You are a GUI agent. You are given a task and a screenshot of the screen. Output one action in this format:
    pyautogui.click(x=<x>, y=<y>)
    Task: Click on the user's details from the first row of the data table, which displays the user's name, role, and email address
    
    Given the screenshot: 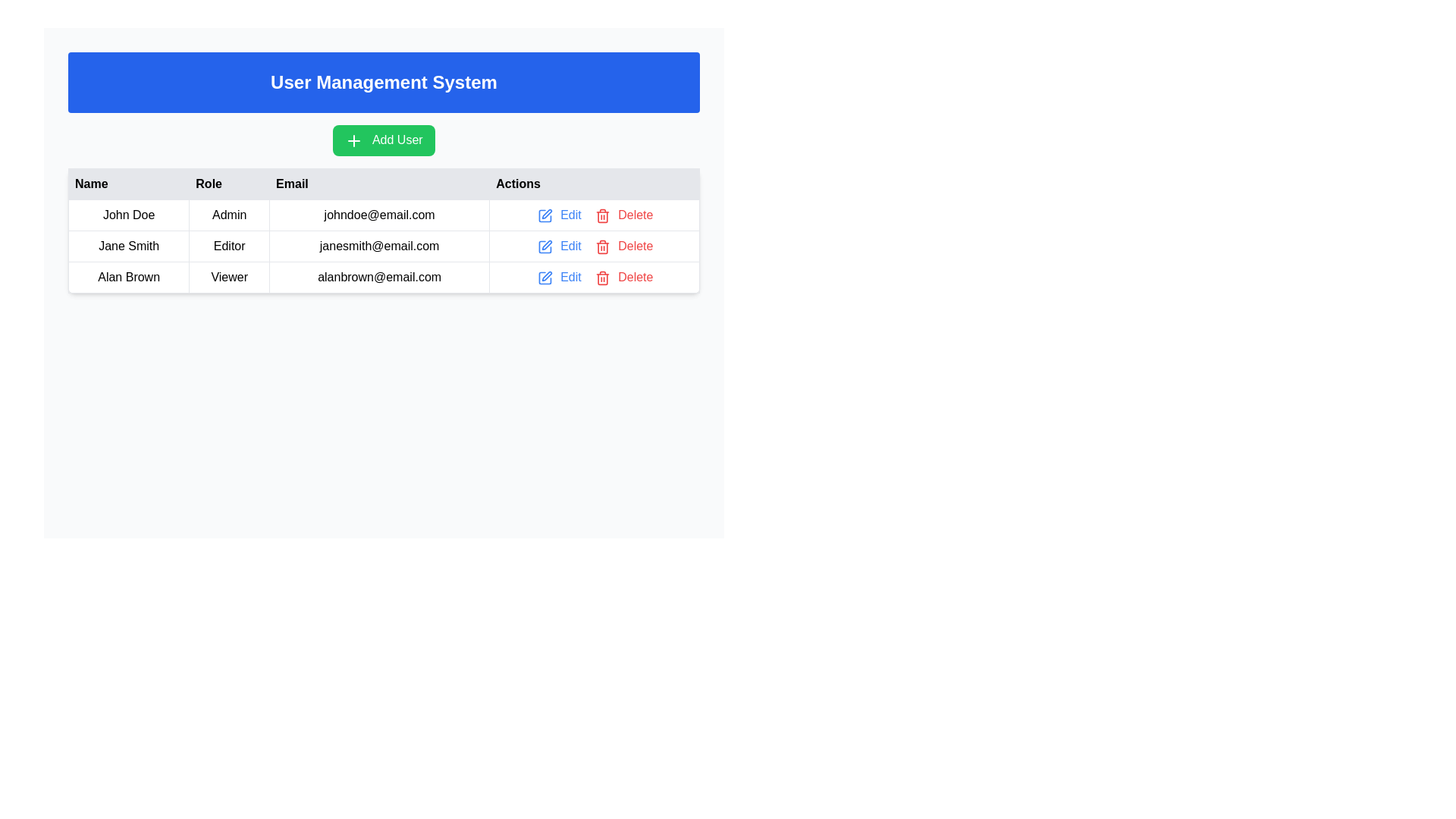 What is the action you would take?
    pyautogui.click(x=384, y=215)
    